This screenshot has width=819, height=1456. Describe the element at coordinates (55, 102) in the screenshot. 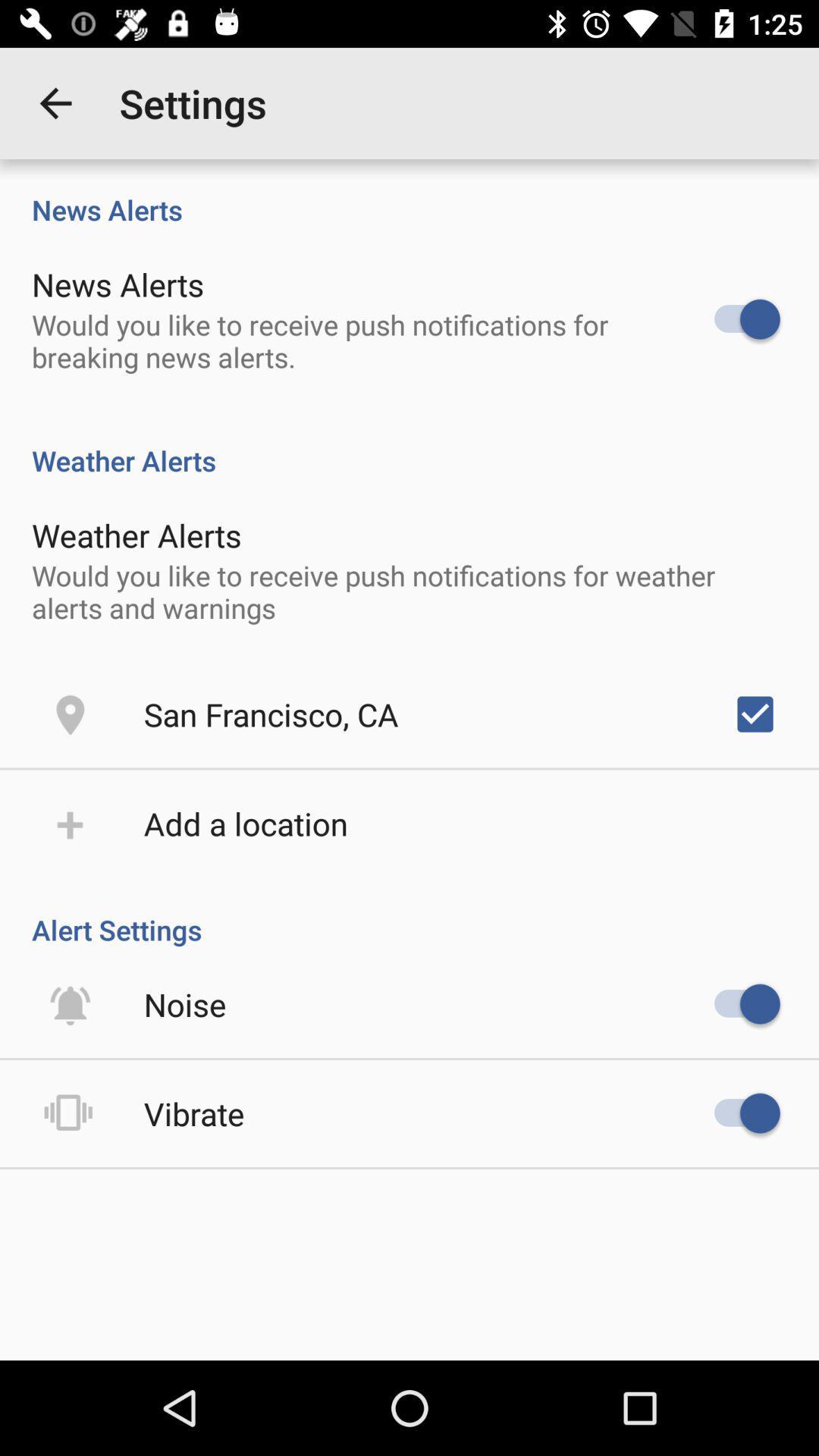

I see `icon to the left of the settings  app` at that location.